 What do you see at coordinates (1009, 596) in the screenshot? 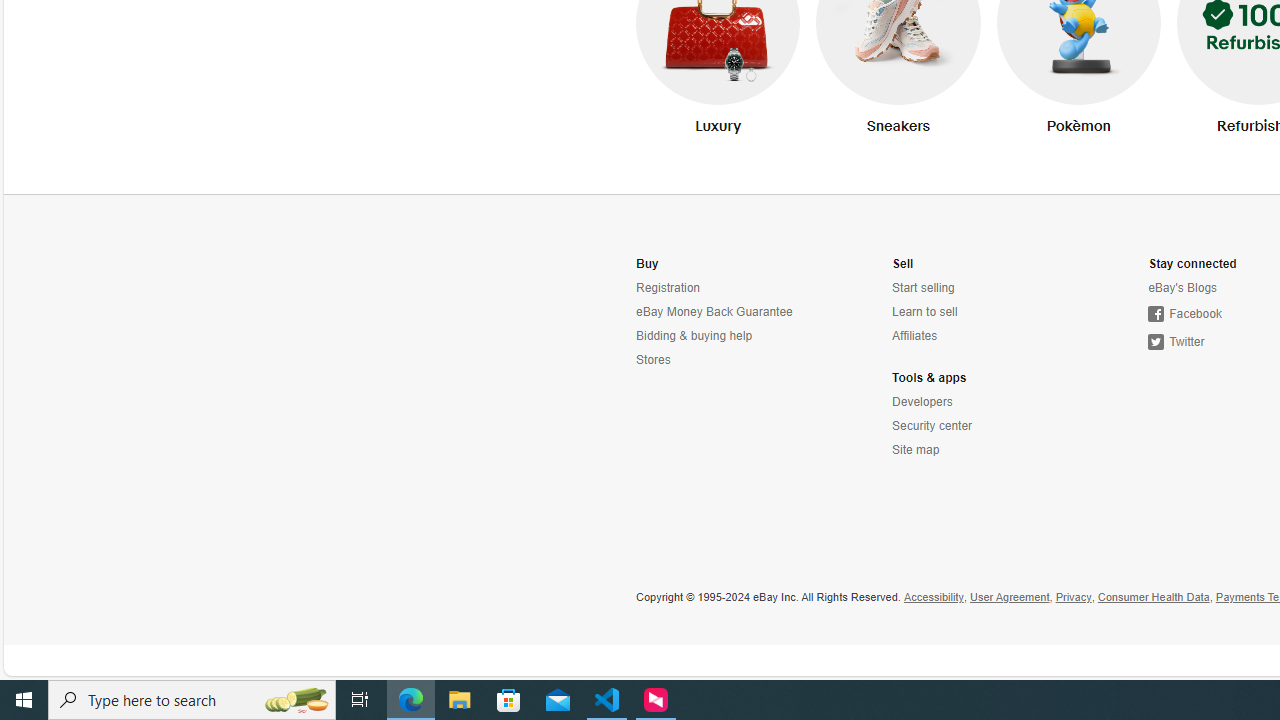
I see `'User Agreement'` at bounding box center [1009, 596].